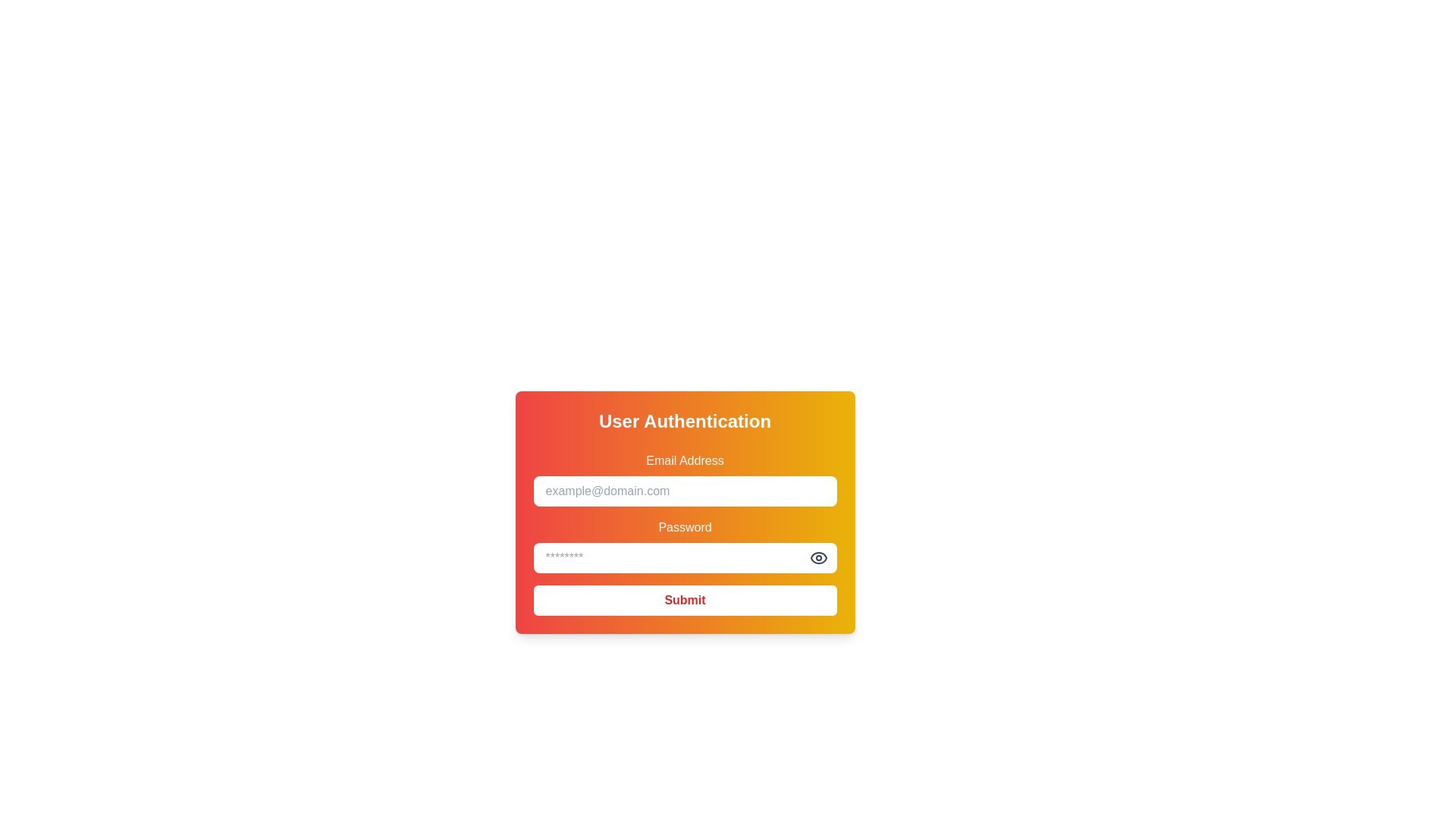 The width and height of the screenshot is (1456, 819). Describe the element at coordinates (817, 558) in the screenshot. I see `the icon located to the right of the password input box` at that location.